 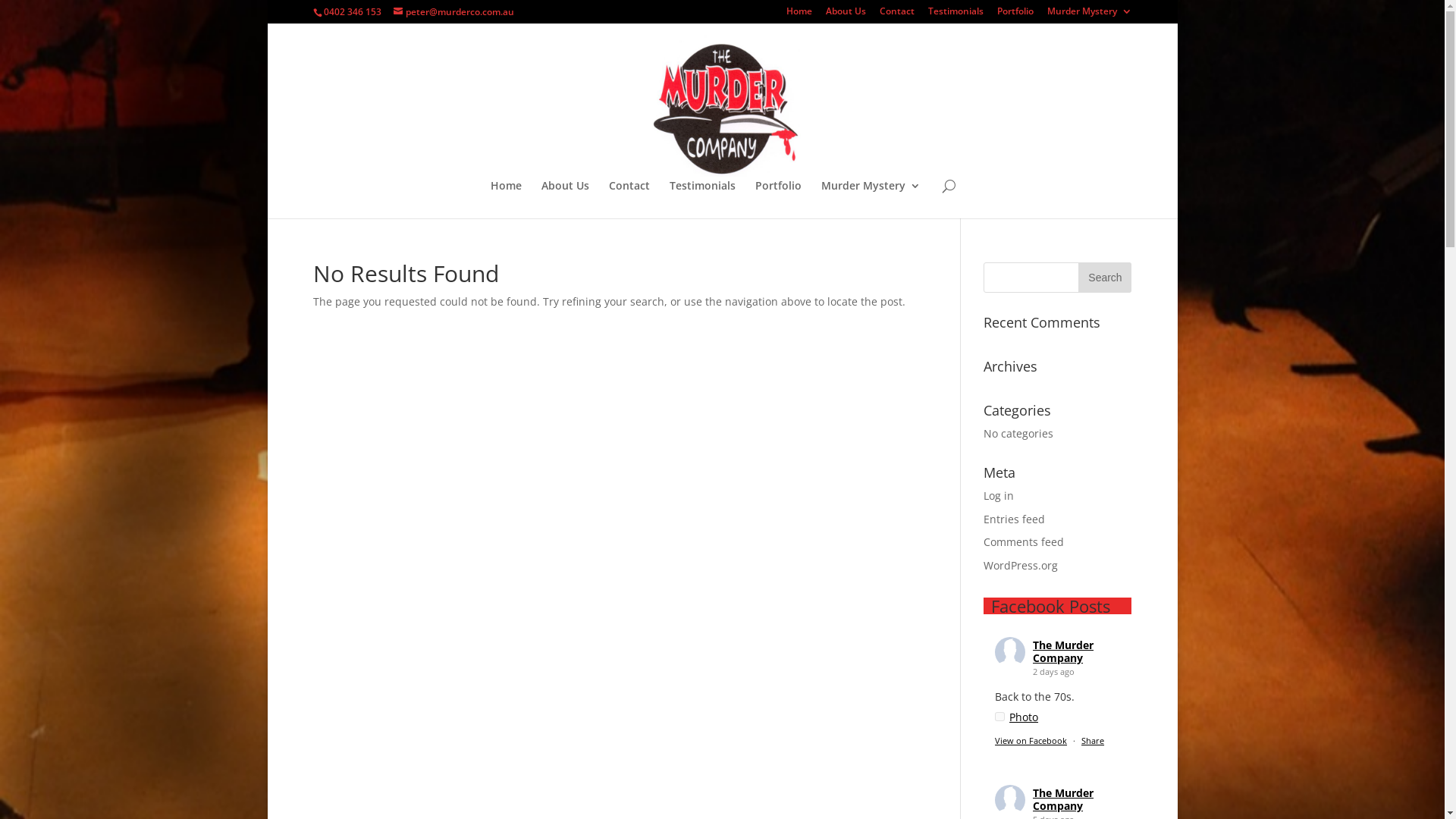 What do you see at coordinates (452, 11) in the screenshot?
I see `'peter@murderco.com.au'` at bounding box center [452, 11].